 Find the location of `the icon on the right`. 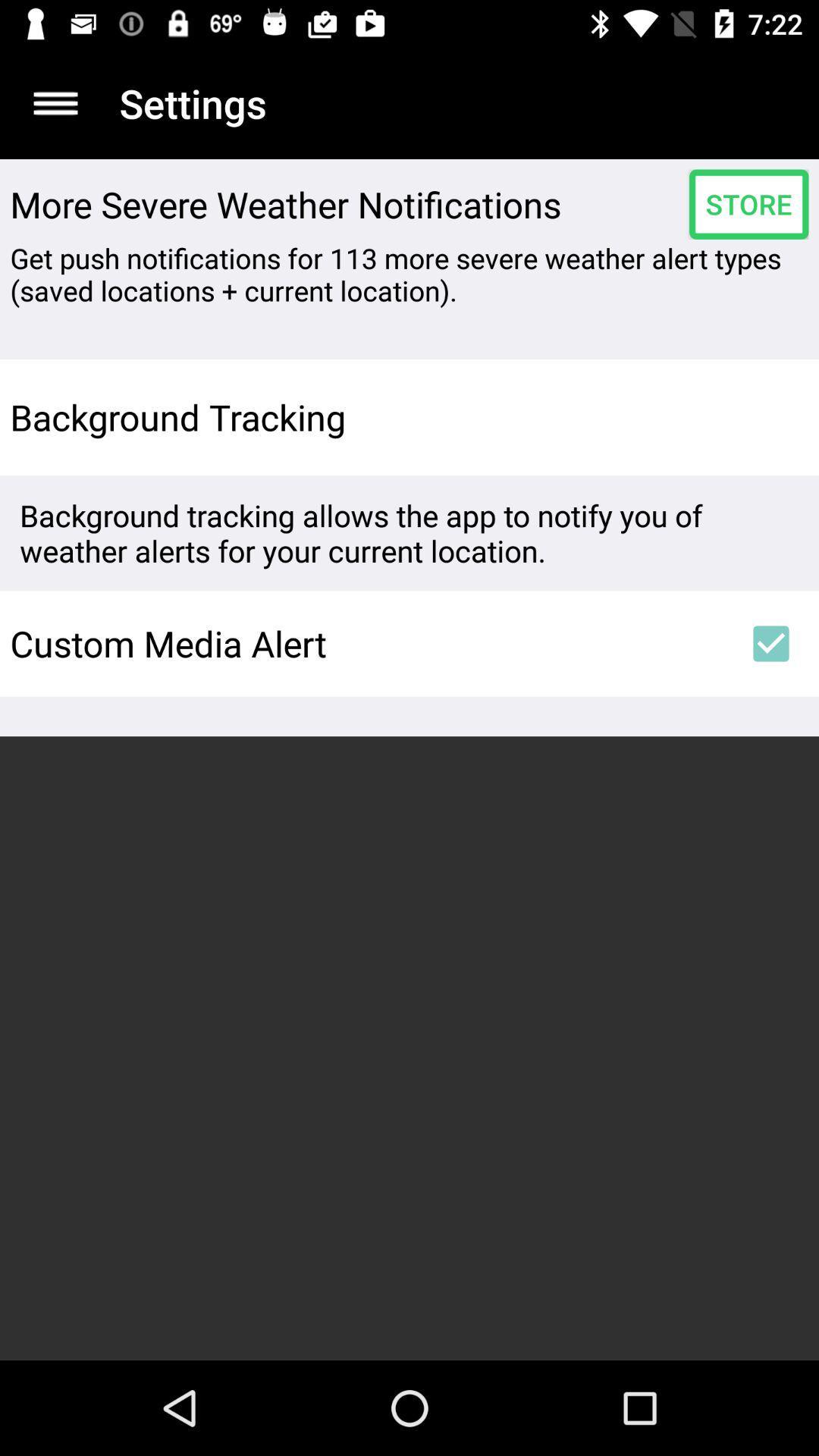

the icon on the right is located at coordinates (771, 644).